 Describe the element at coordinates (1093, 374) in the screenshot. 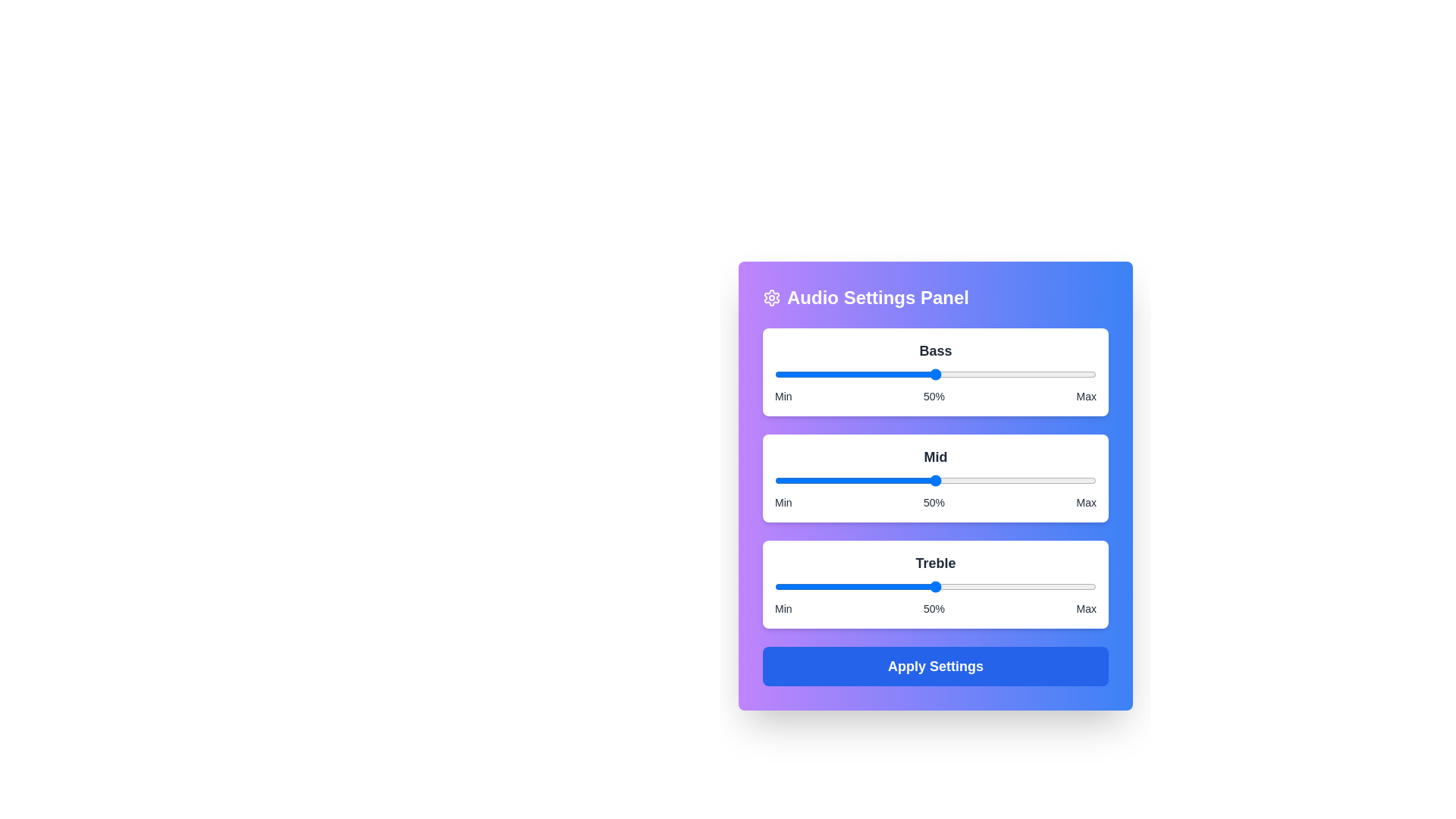

I see `the bass level` at that location.